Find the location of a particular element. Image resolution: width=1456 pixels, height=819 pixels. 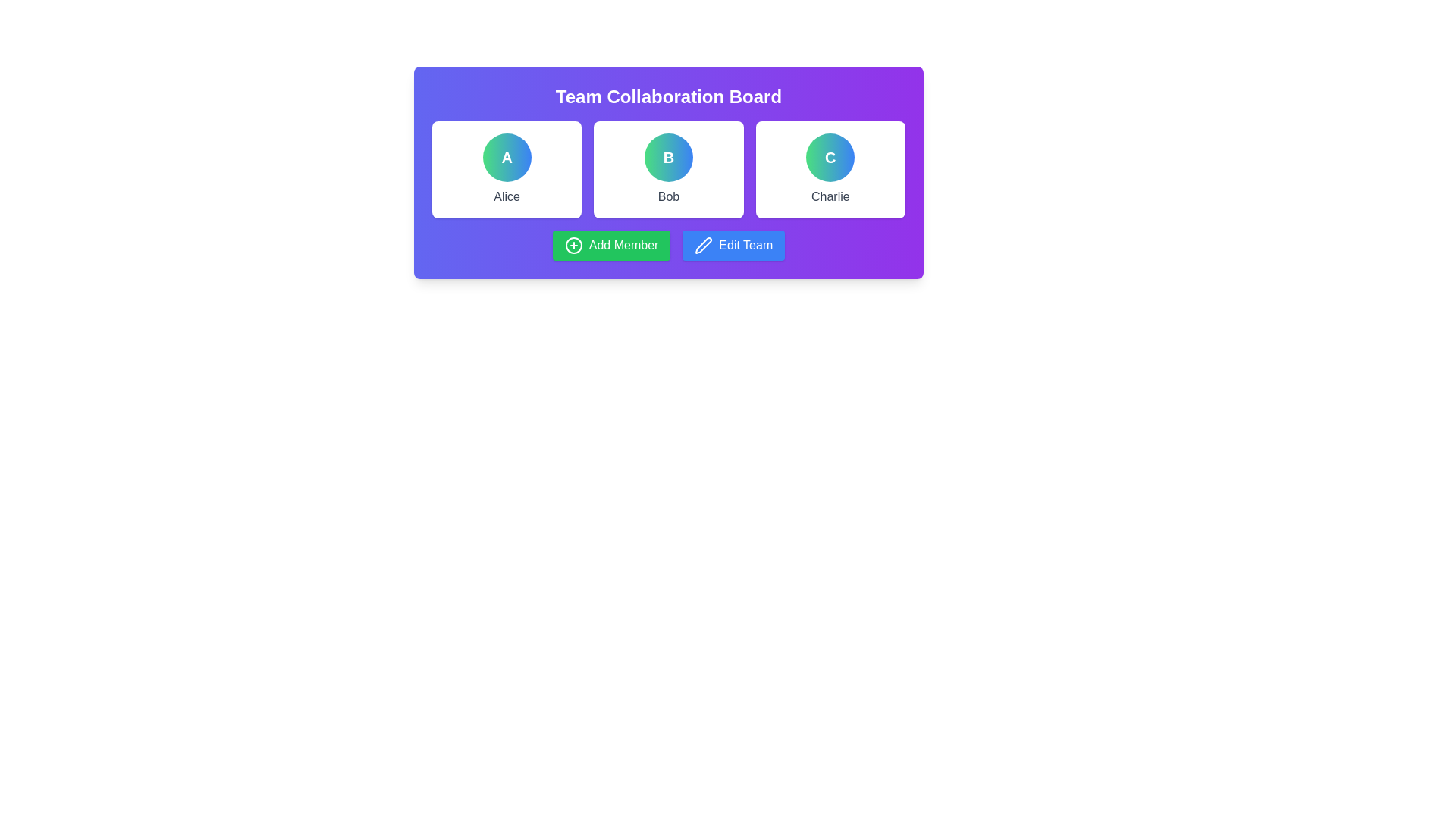

the SVG Circle element located within the 'Add Member' button is located at coordinates (573, 245).